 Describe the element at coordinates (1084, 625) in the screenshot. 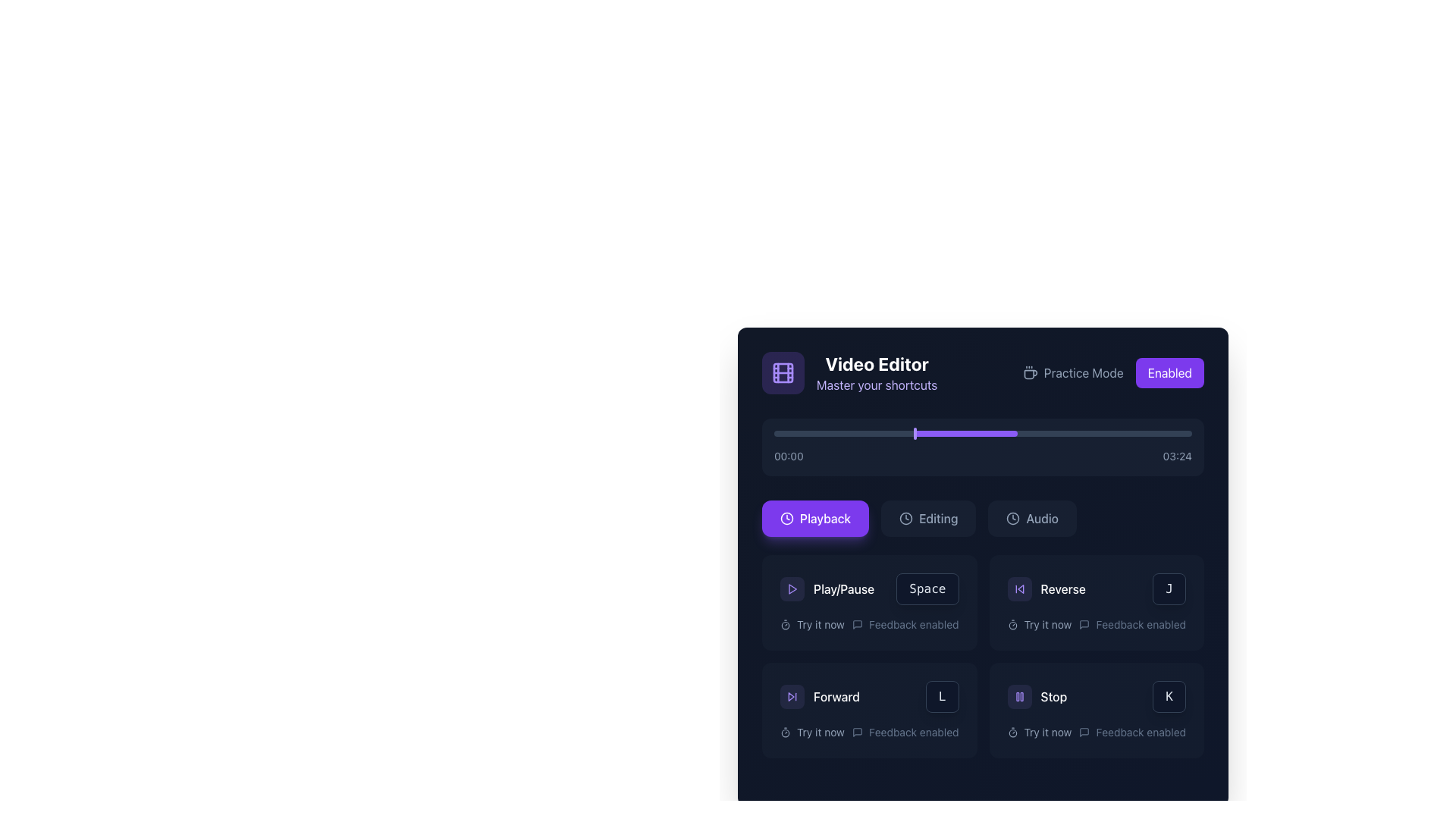

I see `the small chat bubble icon styled in minimalistic outline design, which is located to the left of the text labeled 'Feedback enabled' under the 'Reverse' section` at that location.